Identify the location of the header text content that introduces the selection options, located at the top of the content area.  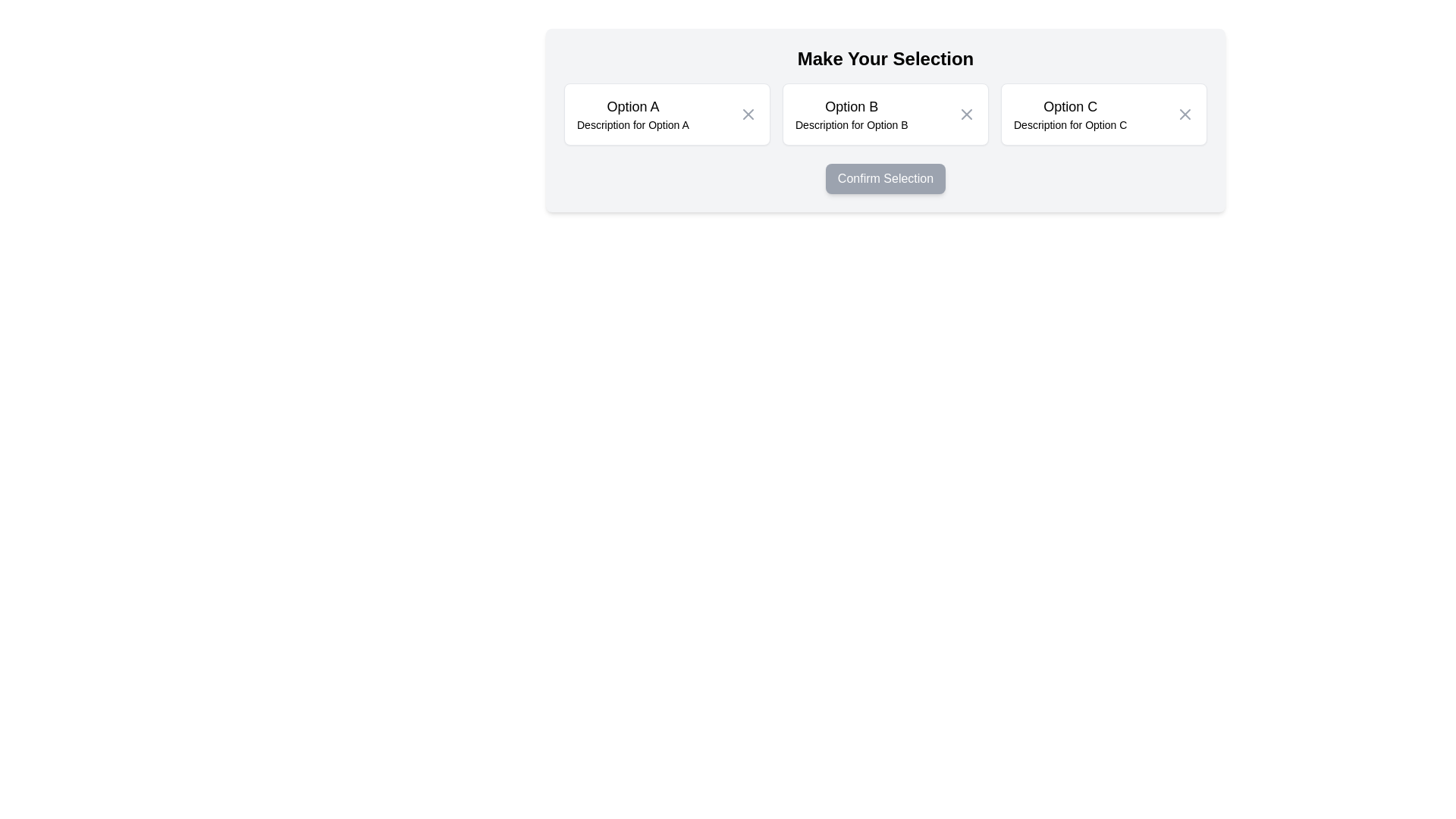
(885, 58).